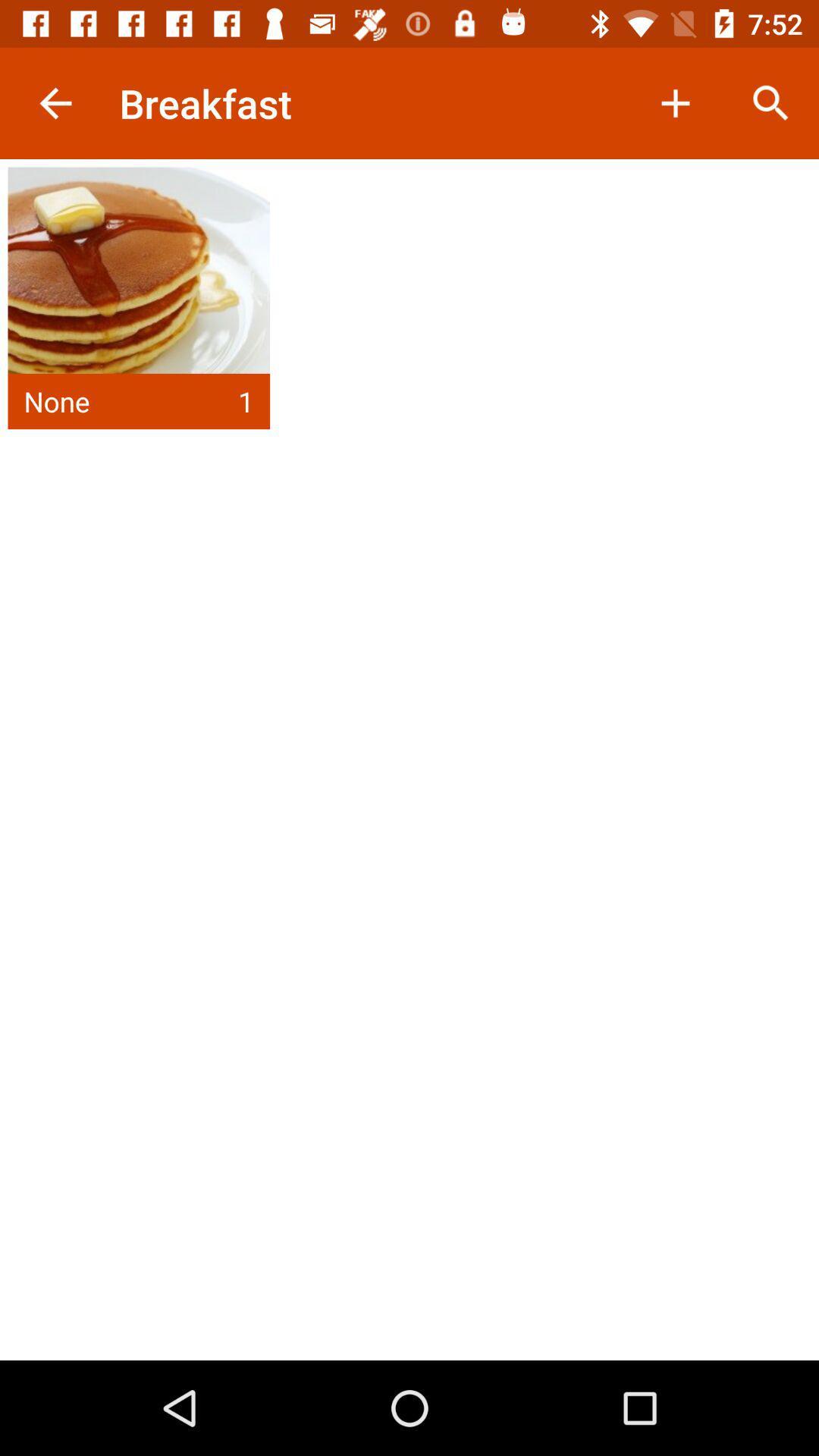 The width and height of the screenshot is (819, 1456). I want to click on the app to the right of breakfast app, so click(675, 102).